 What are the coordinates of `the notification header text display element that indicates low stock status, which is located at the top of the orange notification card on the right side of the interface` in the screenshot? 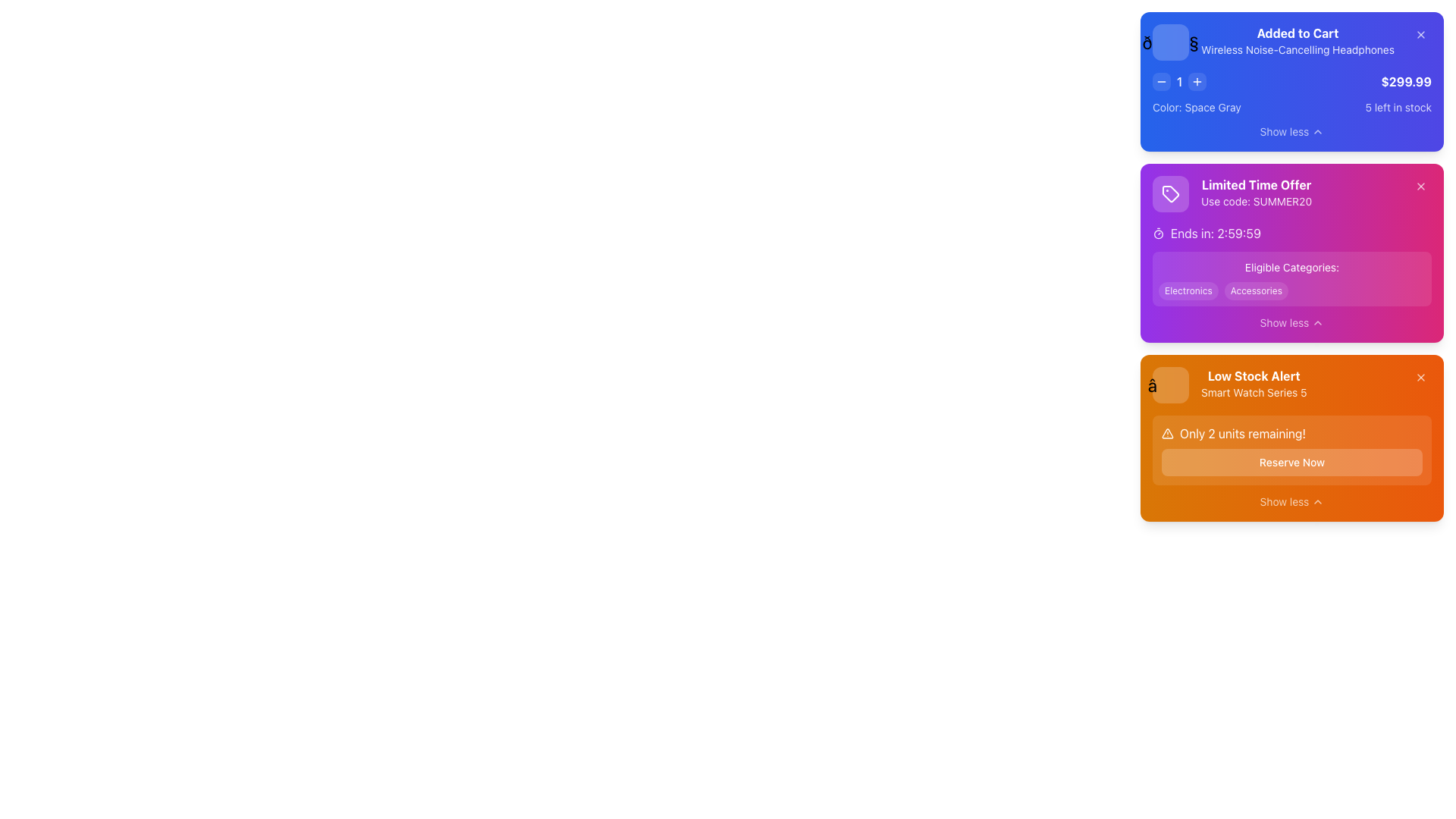 It's located at (1291, 384).